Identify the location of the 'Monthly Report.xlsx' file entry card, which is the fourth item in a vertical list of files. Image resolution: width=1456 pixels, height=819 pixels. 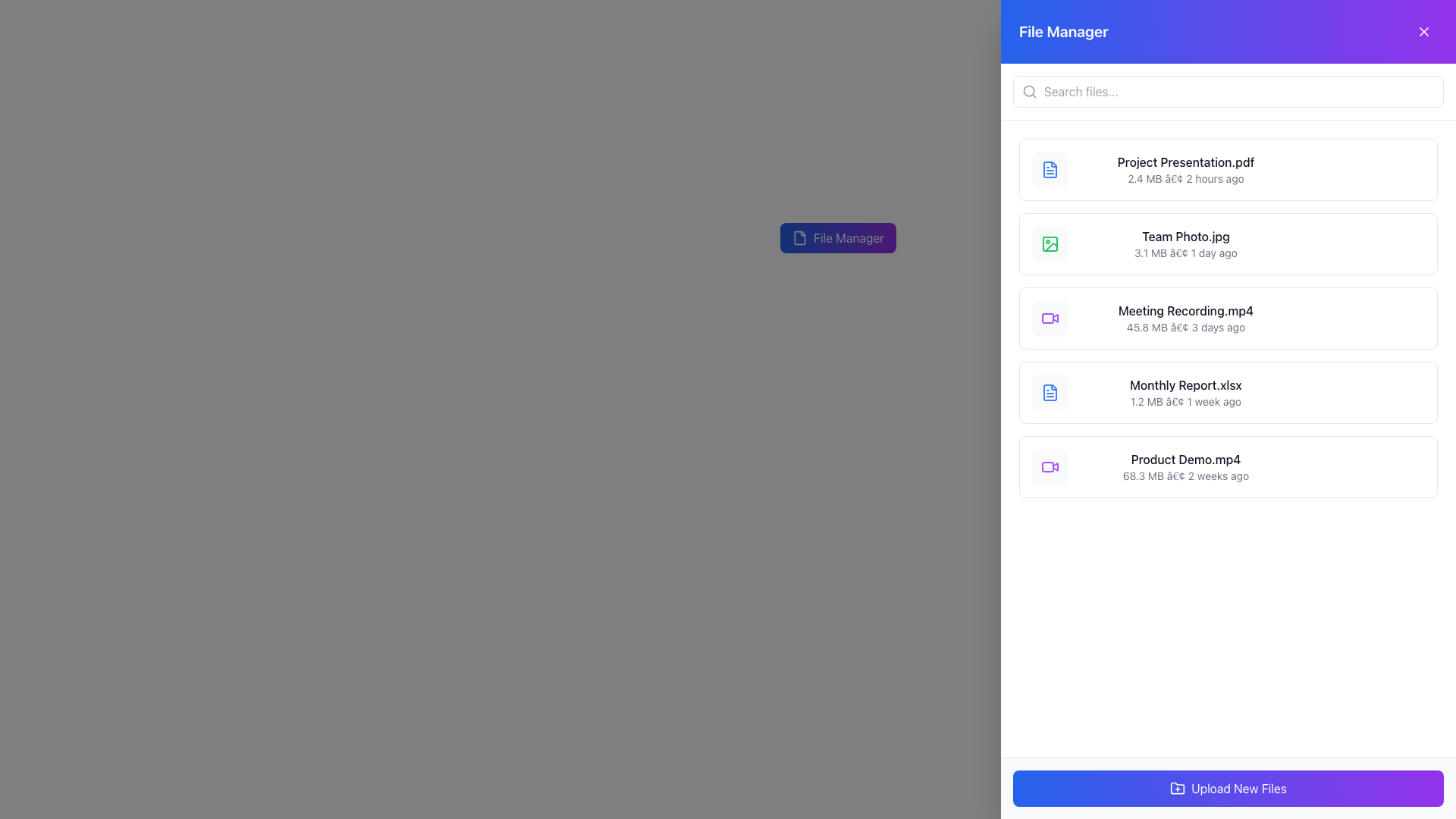
(1228, 391).